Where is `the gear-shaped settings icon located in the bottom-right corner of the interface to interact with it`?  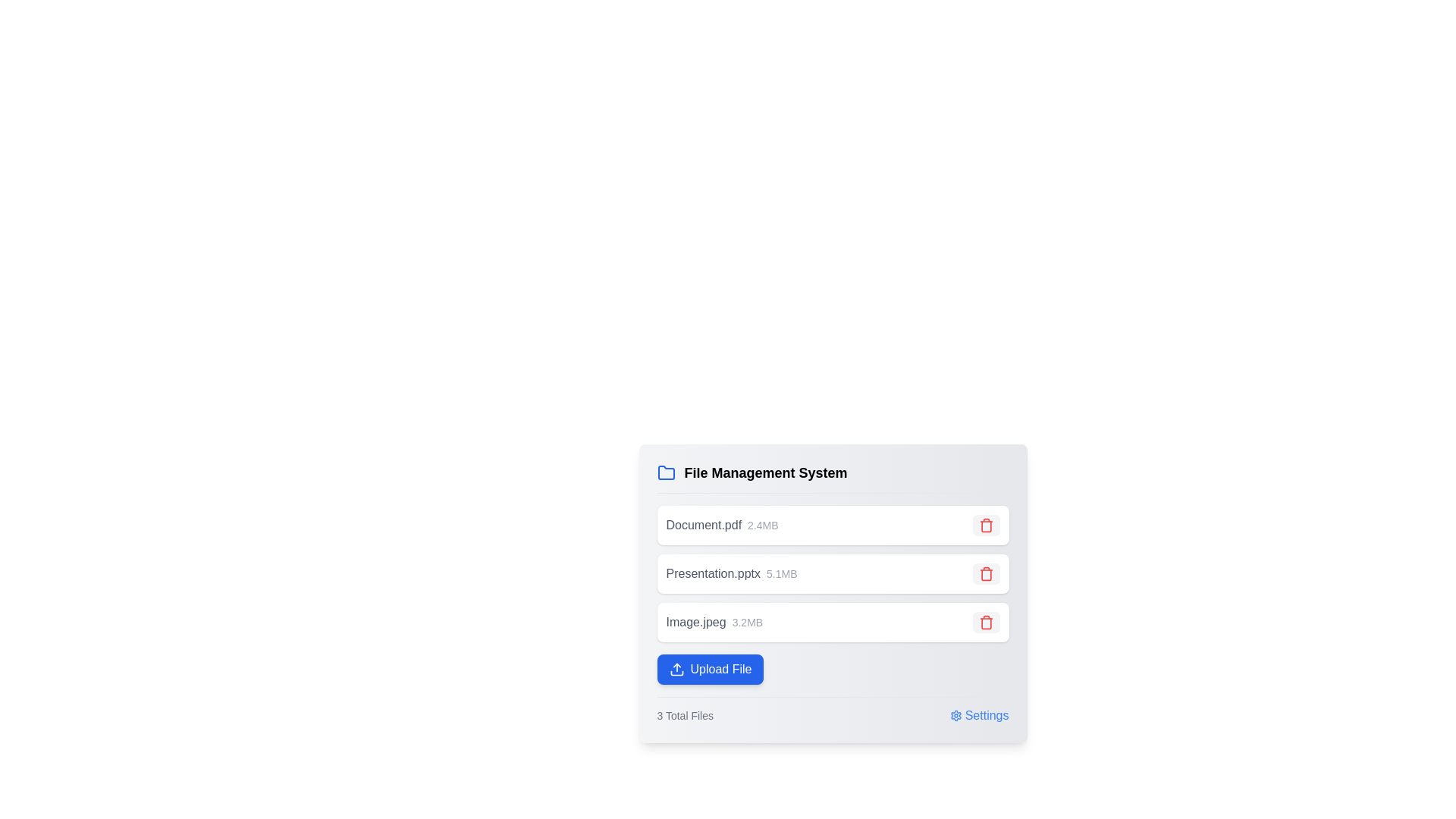
the gear-shaped settings icon located in the bottom-right corner of the interface to interact with it is located at coordinates (955, 716).